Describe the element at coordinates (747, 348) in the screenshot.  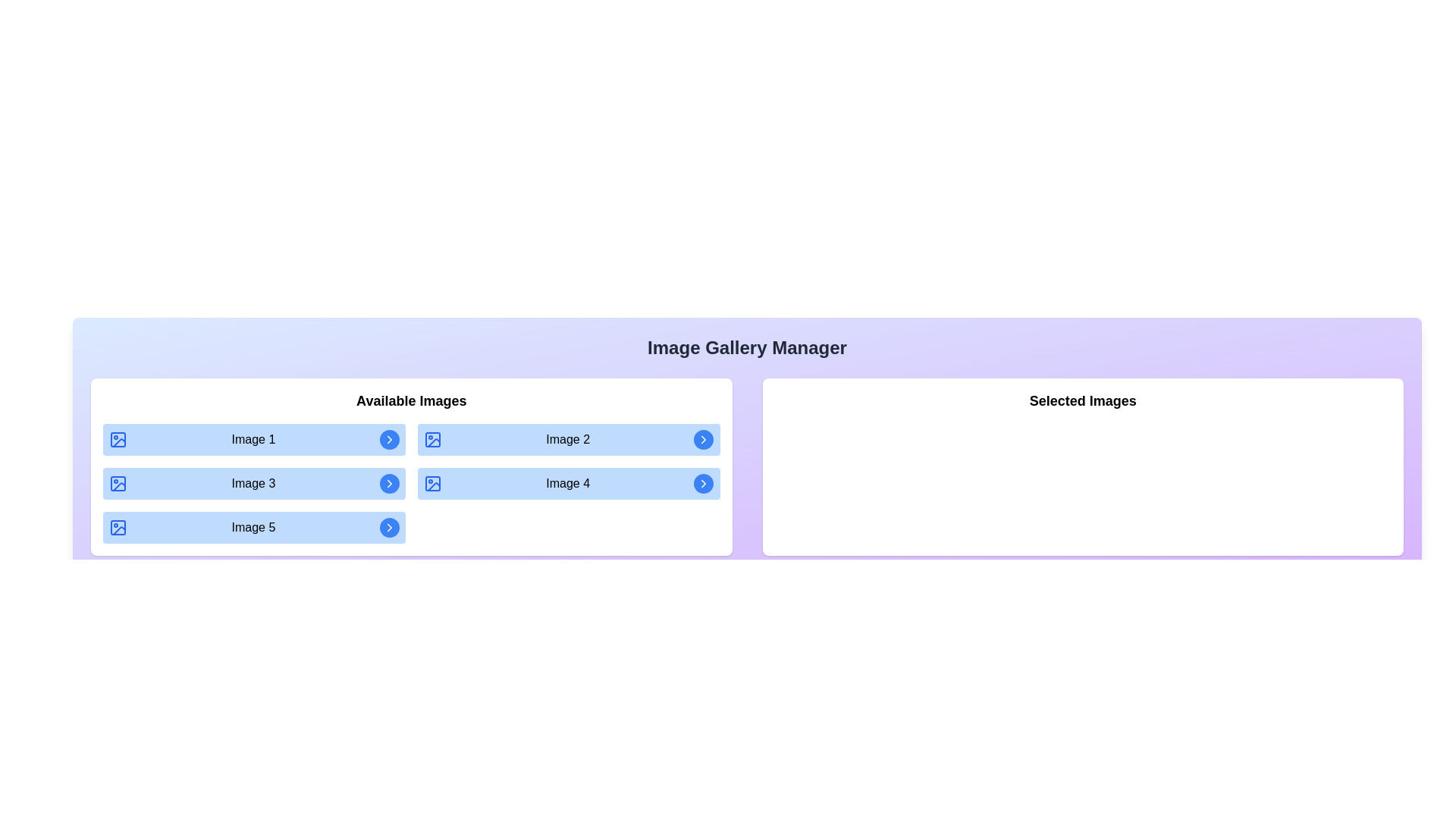
I see `the header text 'Image Gallery Manager' to interact with it` at that location.